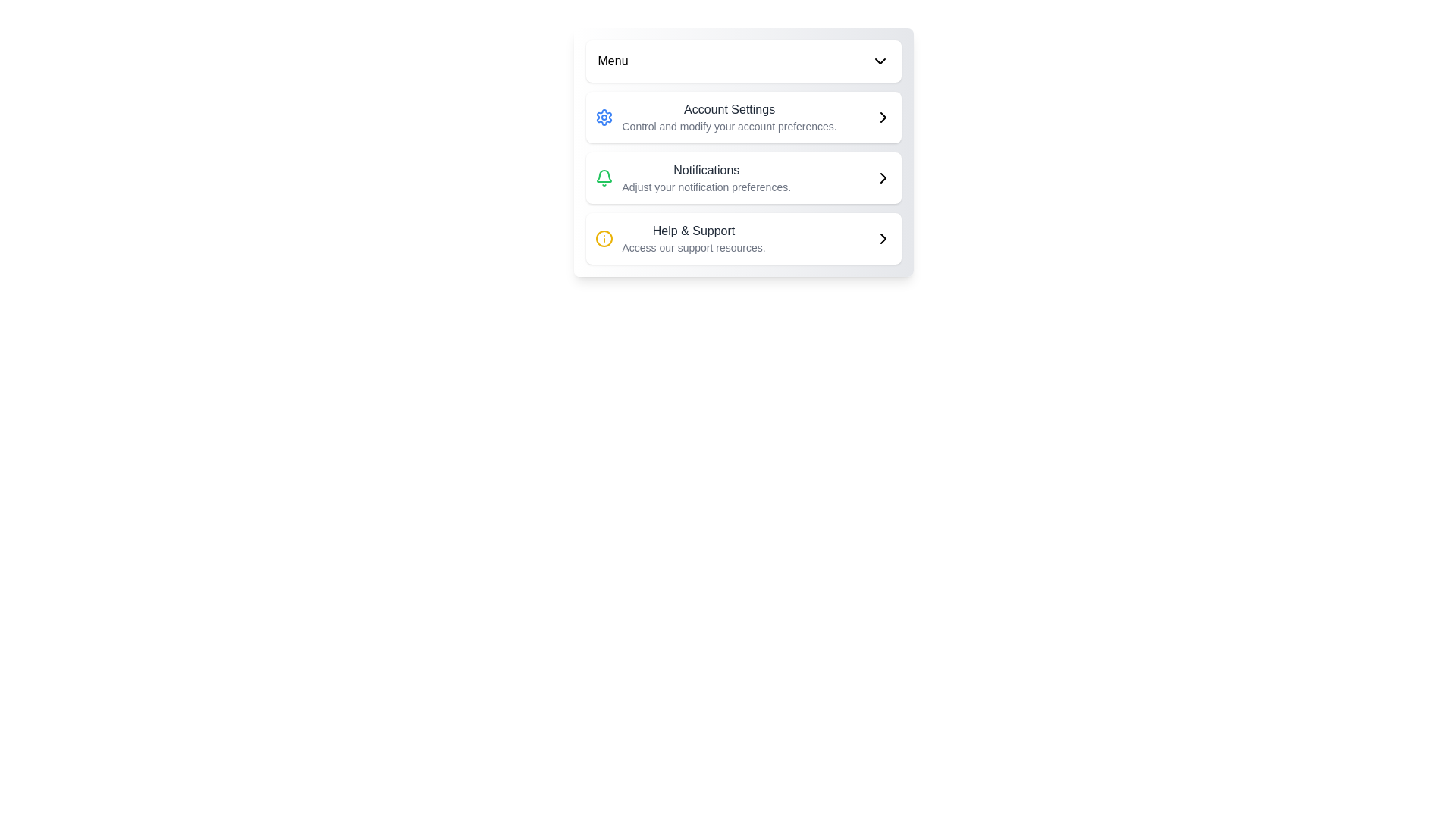 This screenshot has height=819, width=1456. Describe the element at coordinates (705, 177) in the screenshot. I see `details provided by the notification settings text description, which is the second item in the vertical list below 'Account Settings' and above 'Help & Support', centered horizontally with a bell icon on its left` at that location.